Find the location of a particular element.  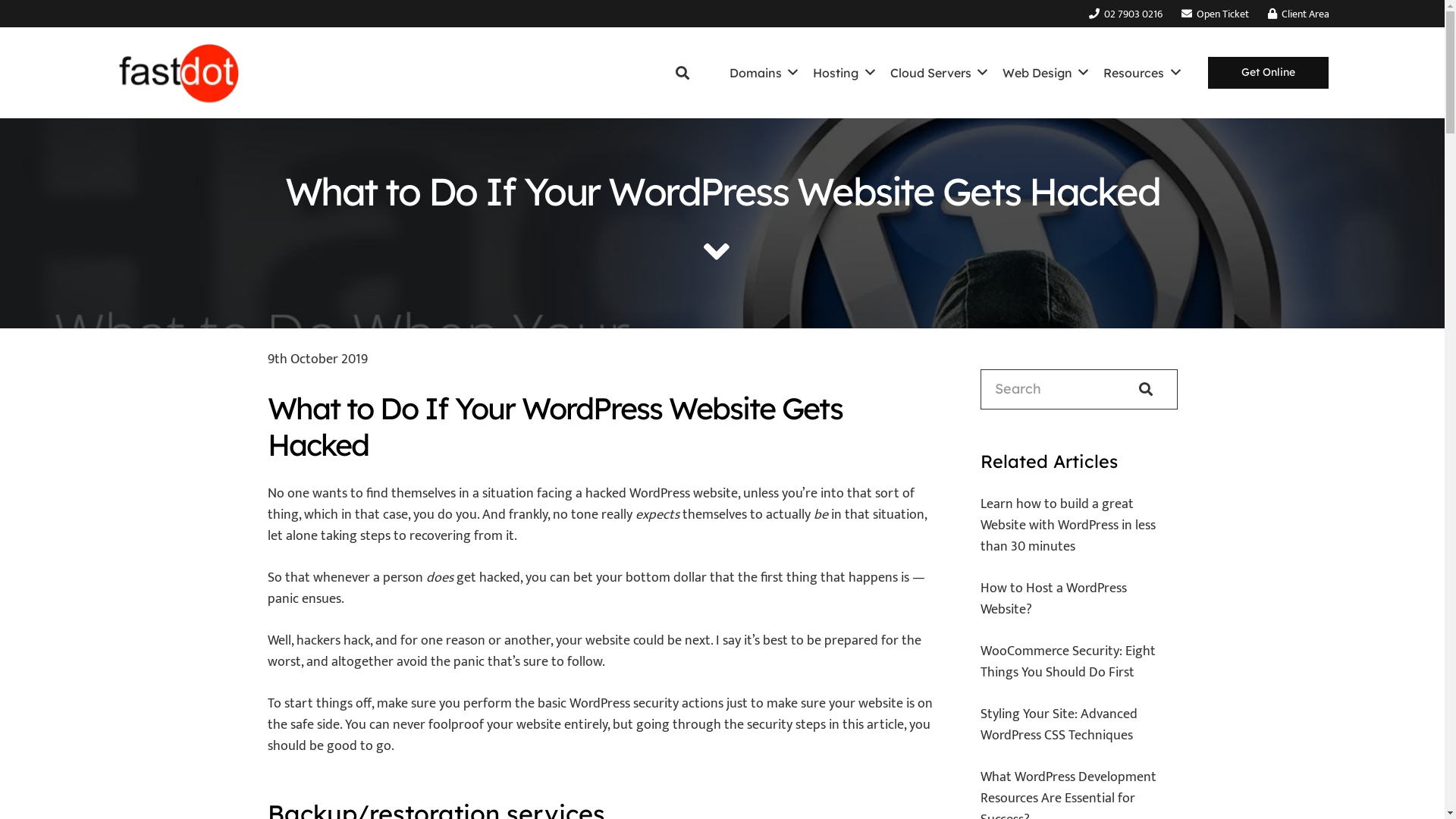

'Cloud Servers' is located at coordinates (882, 73).